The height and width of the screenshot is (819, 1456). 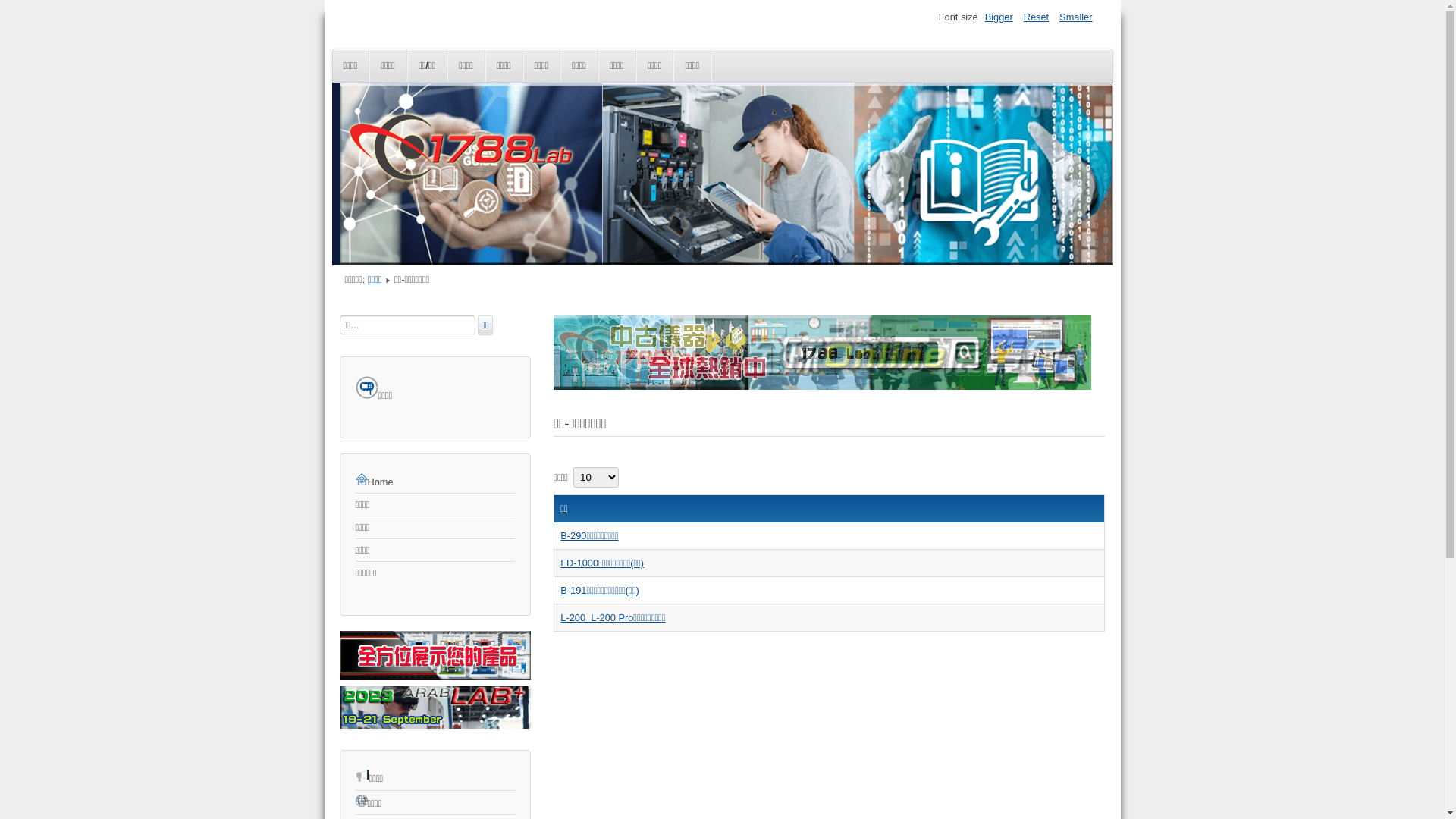 What do you see at coordinates (353, 482) in the screenshot?
I see `'Home'` at bounding box center [353, 482].